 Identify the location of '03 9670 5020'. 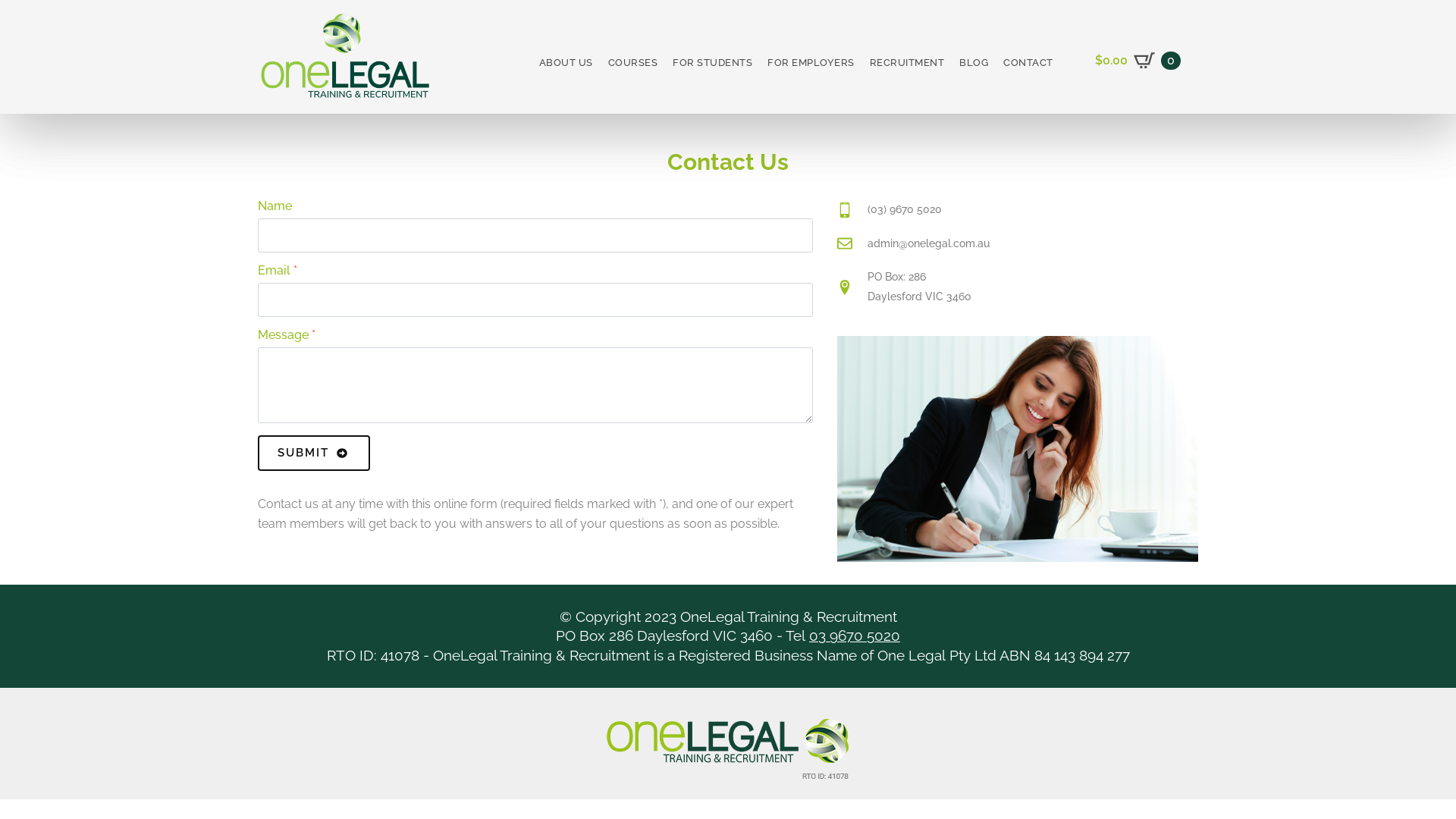
(855, 635).